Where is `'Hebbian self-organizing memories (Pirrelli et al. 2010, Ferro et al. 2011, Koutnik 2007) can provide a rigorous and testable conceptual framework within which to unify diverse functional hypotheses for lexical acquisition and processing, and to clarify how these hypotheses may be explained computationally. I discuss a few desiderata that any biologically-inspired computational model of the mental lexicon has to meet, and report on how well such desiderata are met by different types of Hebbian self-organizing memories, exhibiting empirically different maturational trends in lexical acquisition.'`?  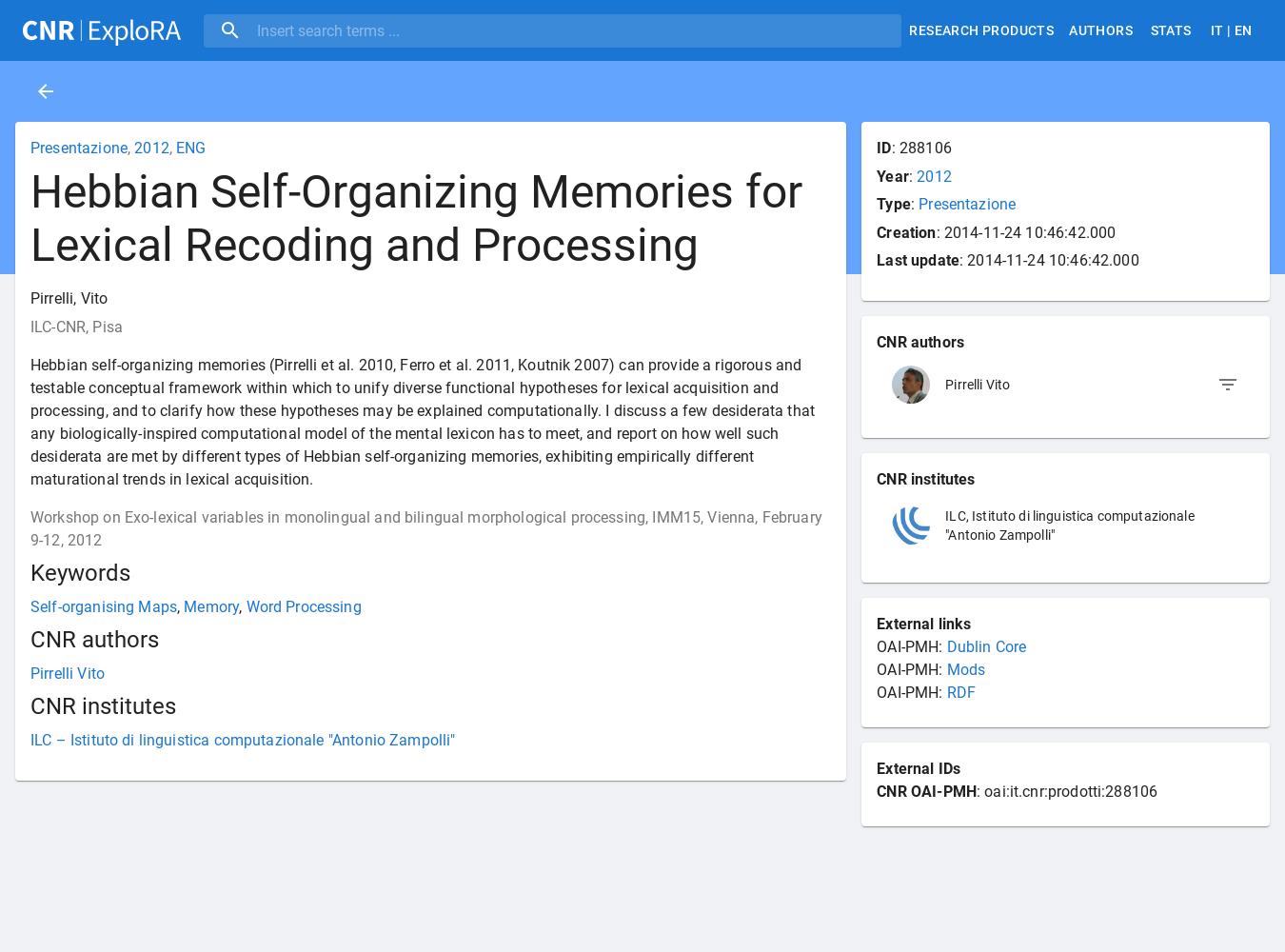
'Hebbian self-organizing memories (Pirrelli et al. 2010, Ferro et al. 2011, Koutnik 2007) can provide a rigorous and testable conceptual framework within which to unify diverse functional hypotheses for lexical acquisition and processing, and to clarify how these hypotheses may be explained computationally. I discuss a few desiderata that any biologically-inspired computational model of the mental lexicon has to meet, and report on how well such desiderata are met by different types of Hebbian self-organizing memories, exhibiting empirically different maturational trends in lexical acquisition.' is located at coordinates (422, 421).